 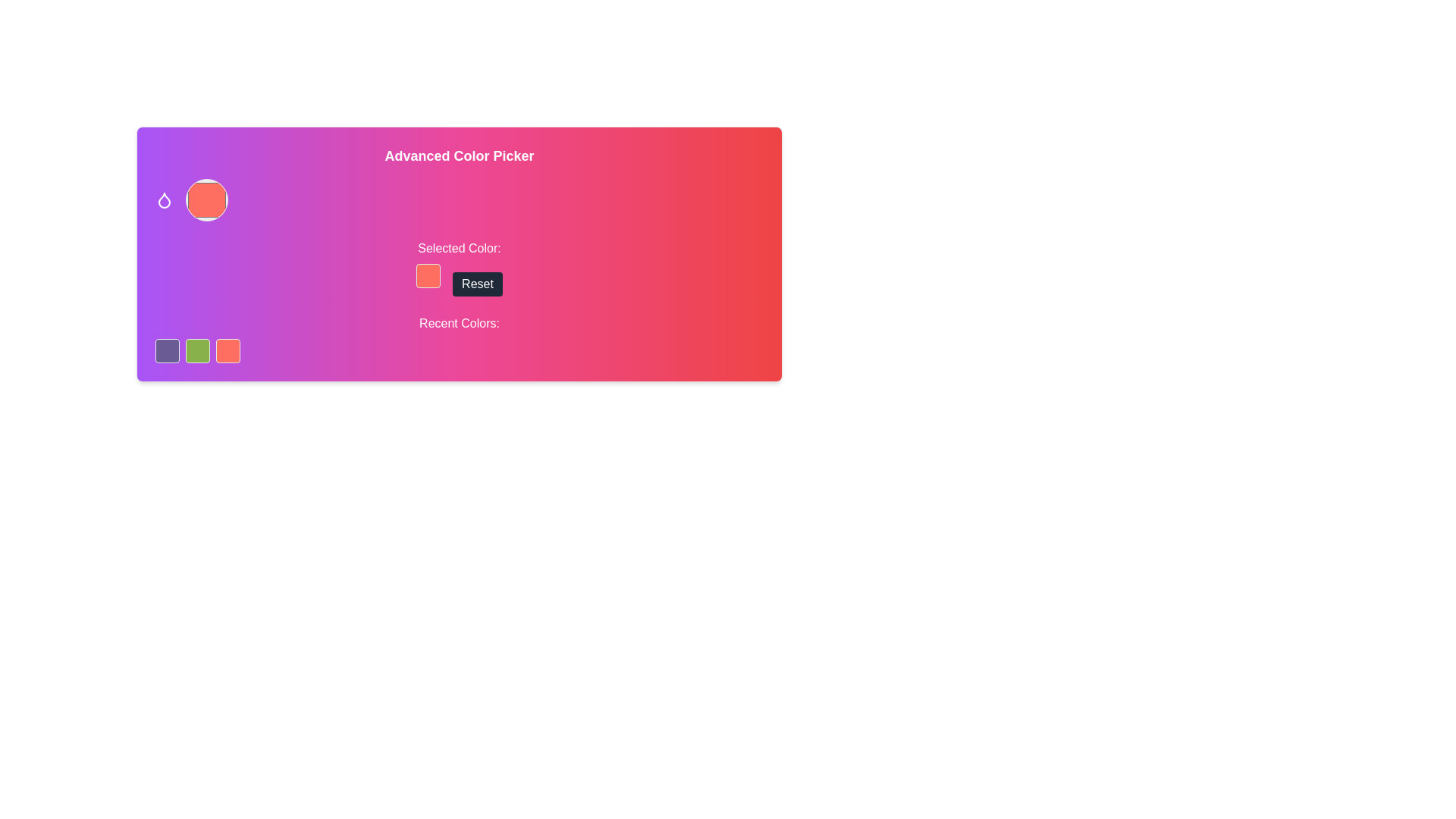 I want to click on the Text Label that identifies the section above the color preview and 'Reset' button, serving as a title for related actions, so click(x=458, y=247).